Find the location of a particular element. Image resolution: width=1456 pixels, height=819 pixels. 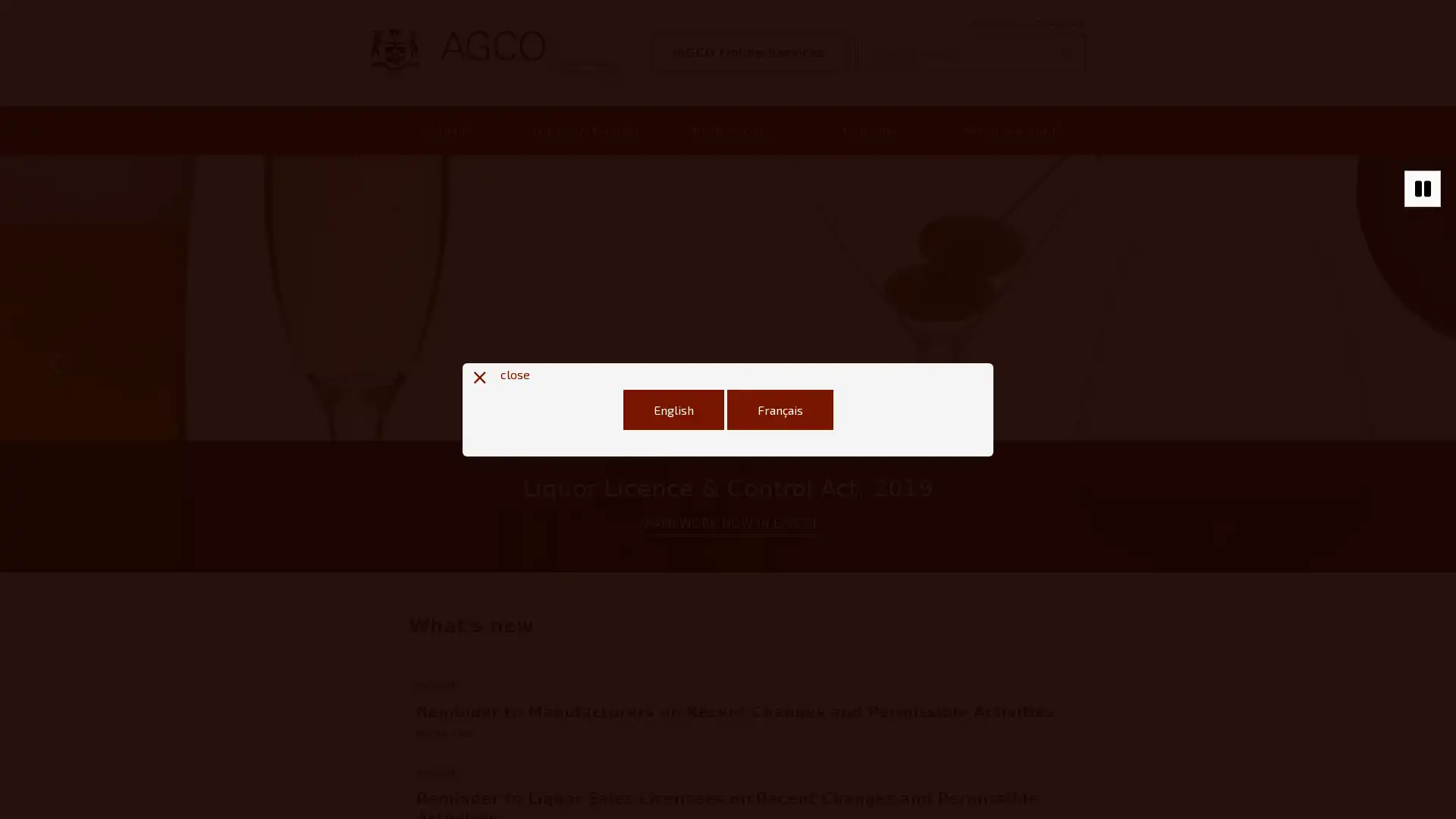

Search is located at coordinates (1065, 52).